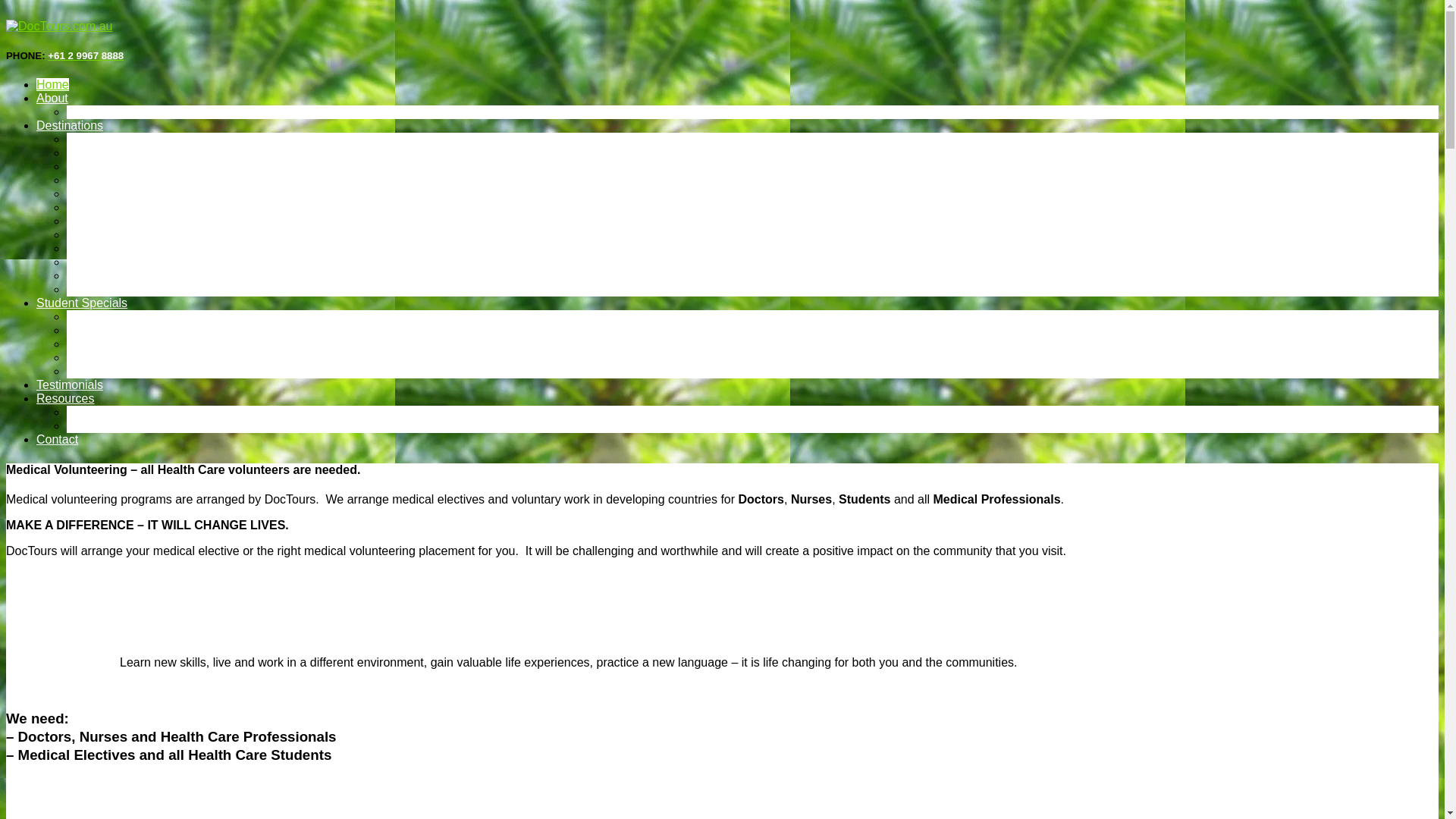 The image size is (1456, 819). Describe the element at coordinates (212, 261) in the screenshot. I see `'Medical Electives in Vietnam and Medical Volunteering'` at that location.